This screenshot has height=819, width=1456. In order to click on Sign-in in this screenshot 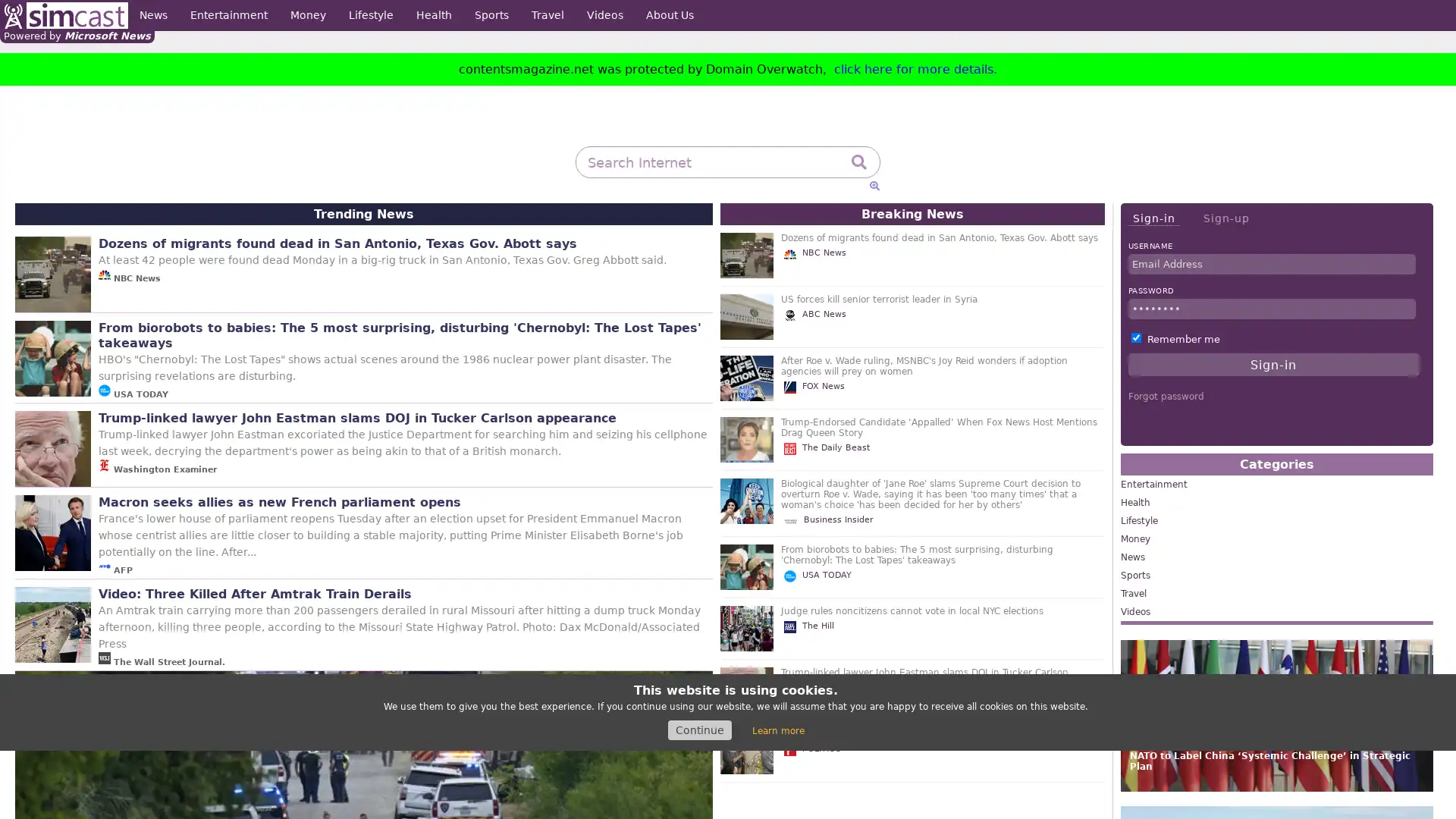, I will do `click(1273, 365)`.